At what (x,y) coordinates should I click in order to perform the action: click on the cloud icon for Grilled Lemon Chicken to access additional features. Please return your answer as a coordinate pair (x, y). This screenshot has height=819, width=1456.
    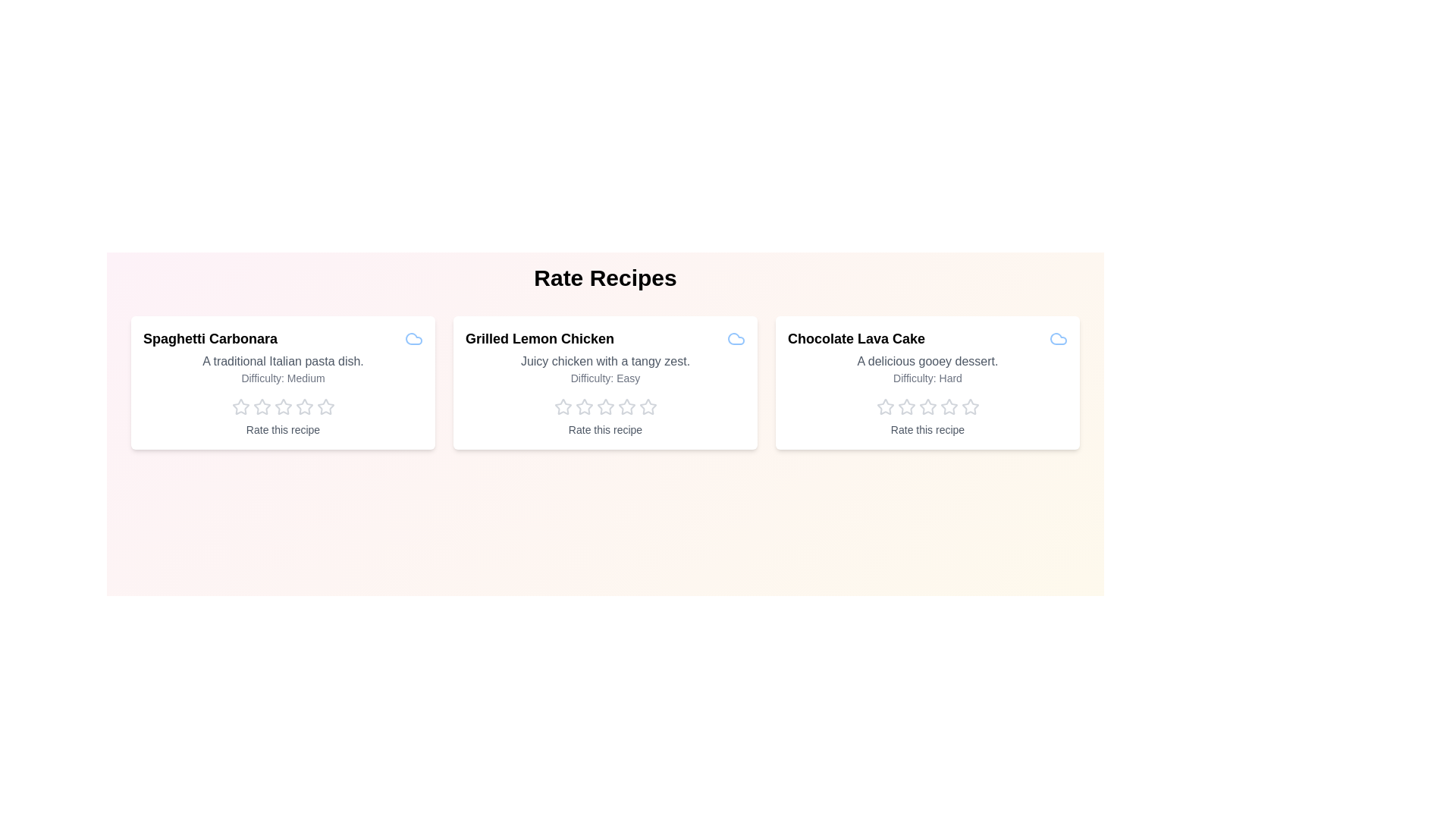
    Looking at the image, I should click on (736, 338).